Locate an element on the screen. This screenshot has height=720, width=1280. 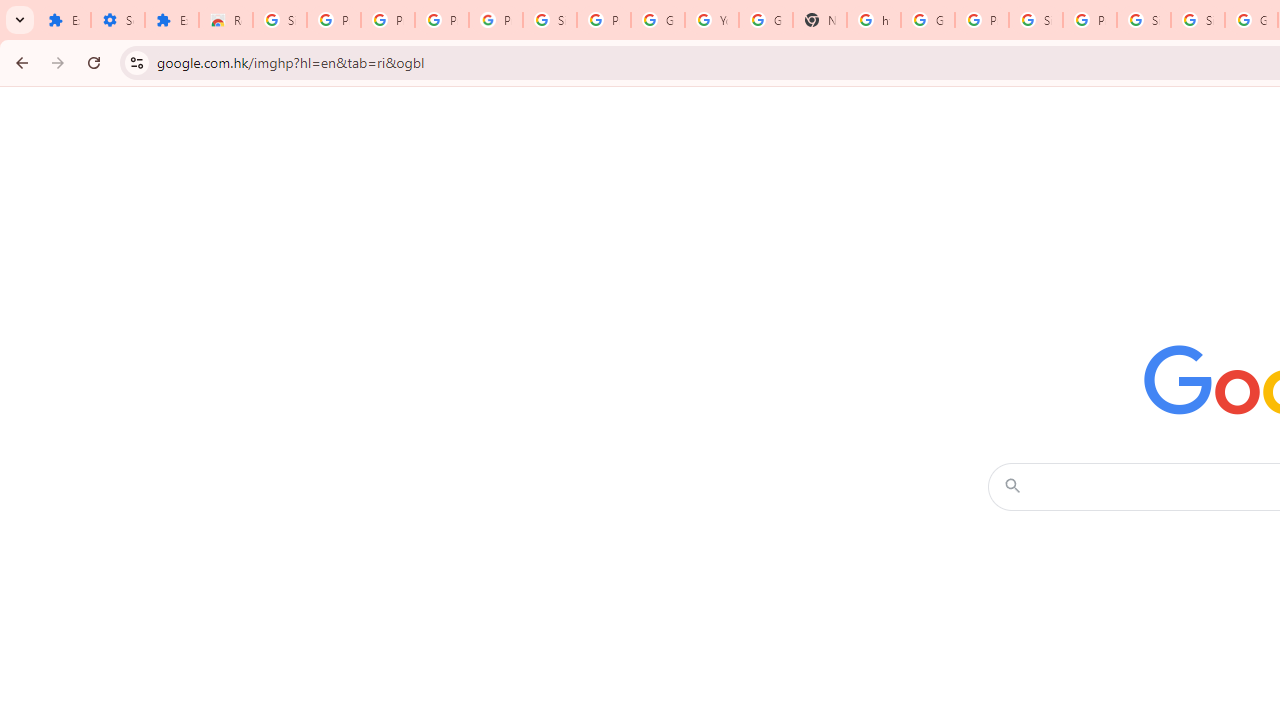
'Extensions' is located at coordinates (64, 20).